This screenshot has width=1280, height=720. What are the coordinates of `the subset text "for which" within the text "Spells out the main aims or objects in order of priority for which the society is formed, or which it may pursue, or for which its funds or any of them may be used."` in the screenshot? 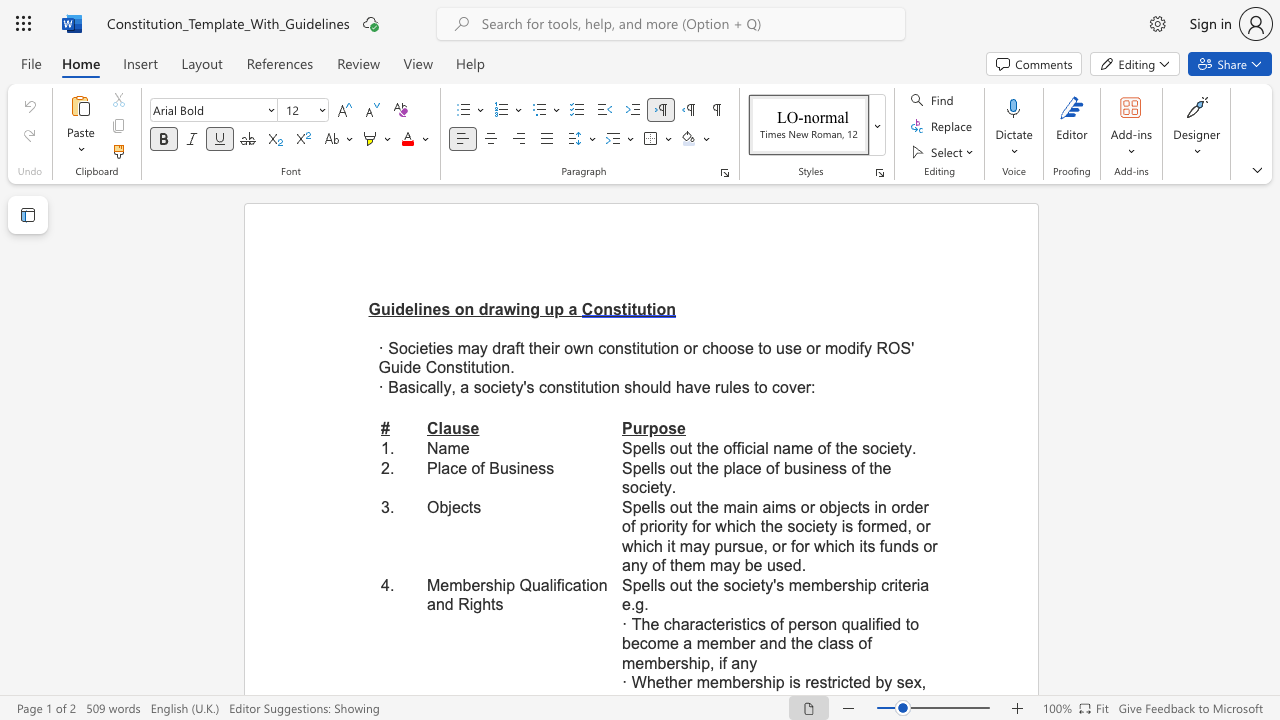 It's located at (789, 546).